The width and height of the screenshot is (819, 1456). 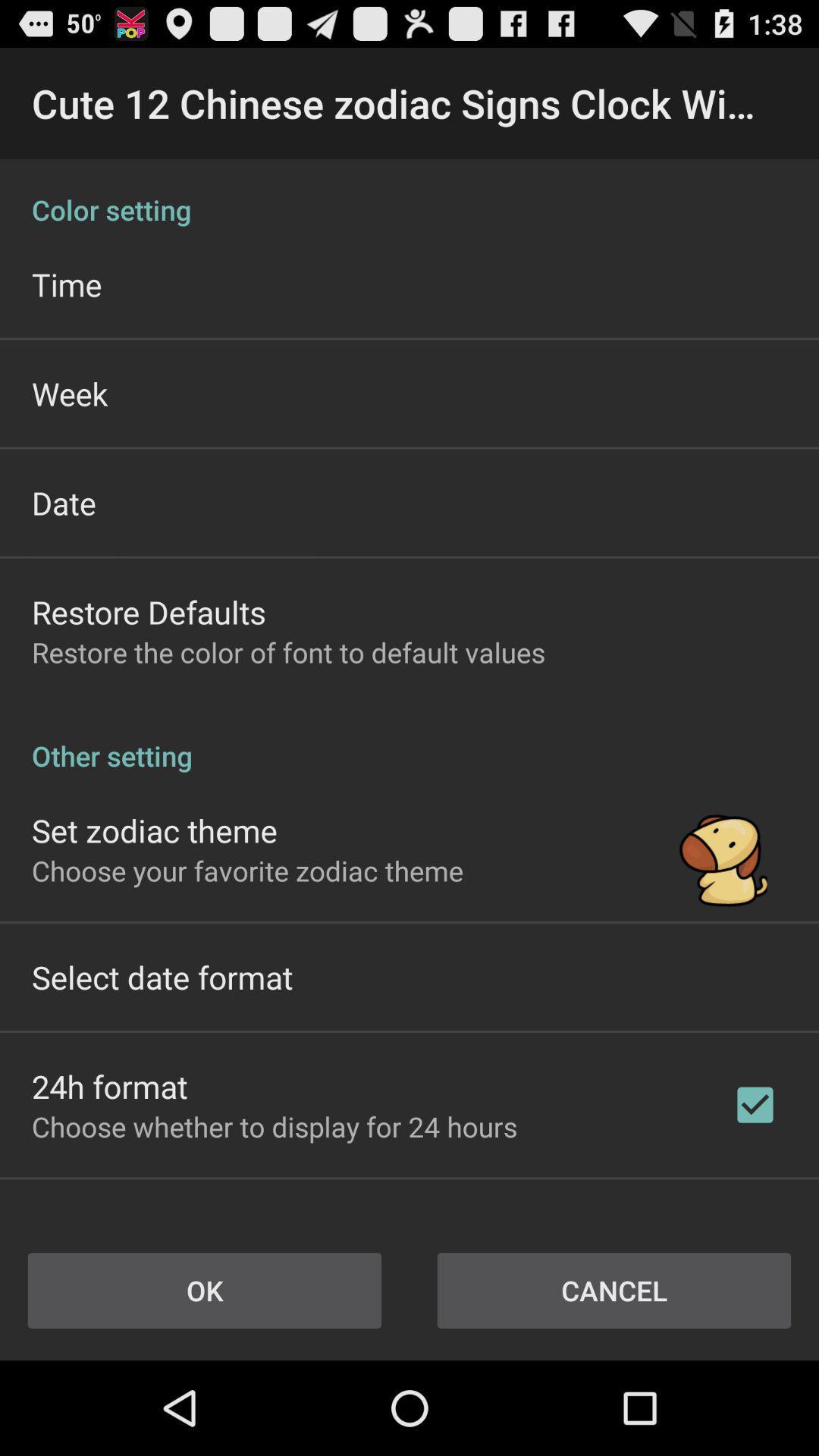 What do you see at coordinates (205, 1290) in the screenshot?
I see `the item next to cancel item` at bounding box center [205, 1290].